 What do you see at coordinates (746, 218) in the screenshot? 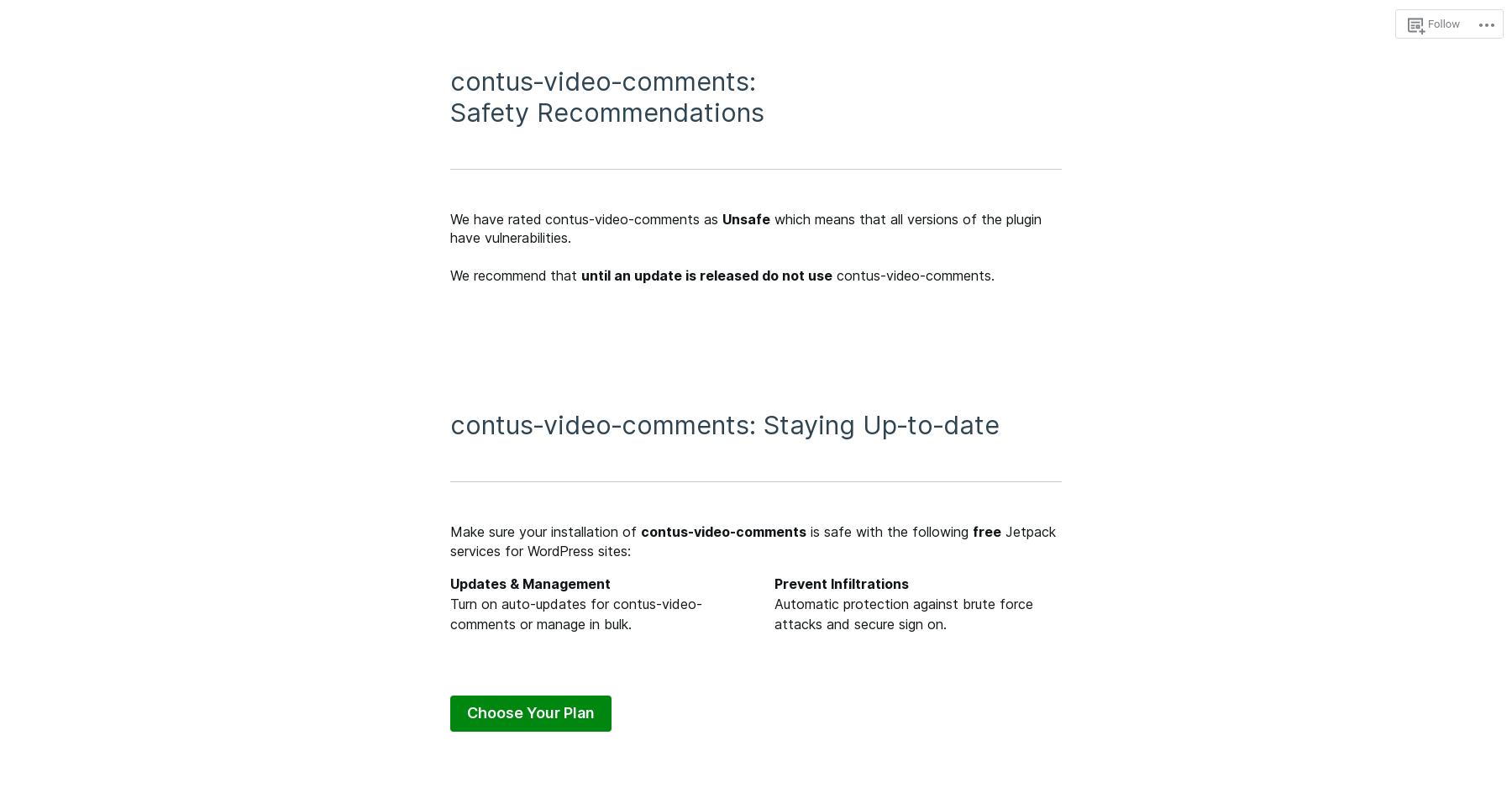
I see `'Unsafe'` at bounding box center [746, 218].